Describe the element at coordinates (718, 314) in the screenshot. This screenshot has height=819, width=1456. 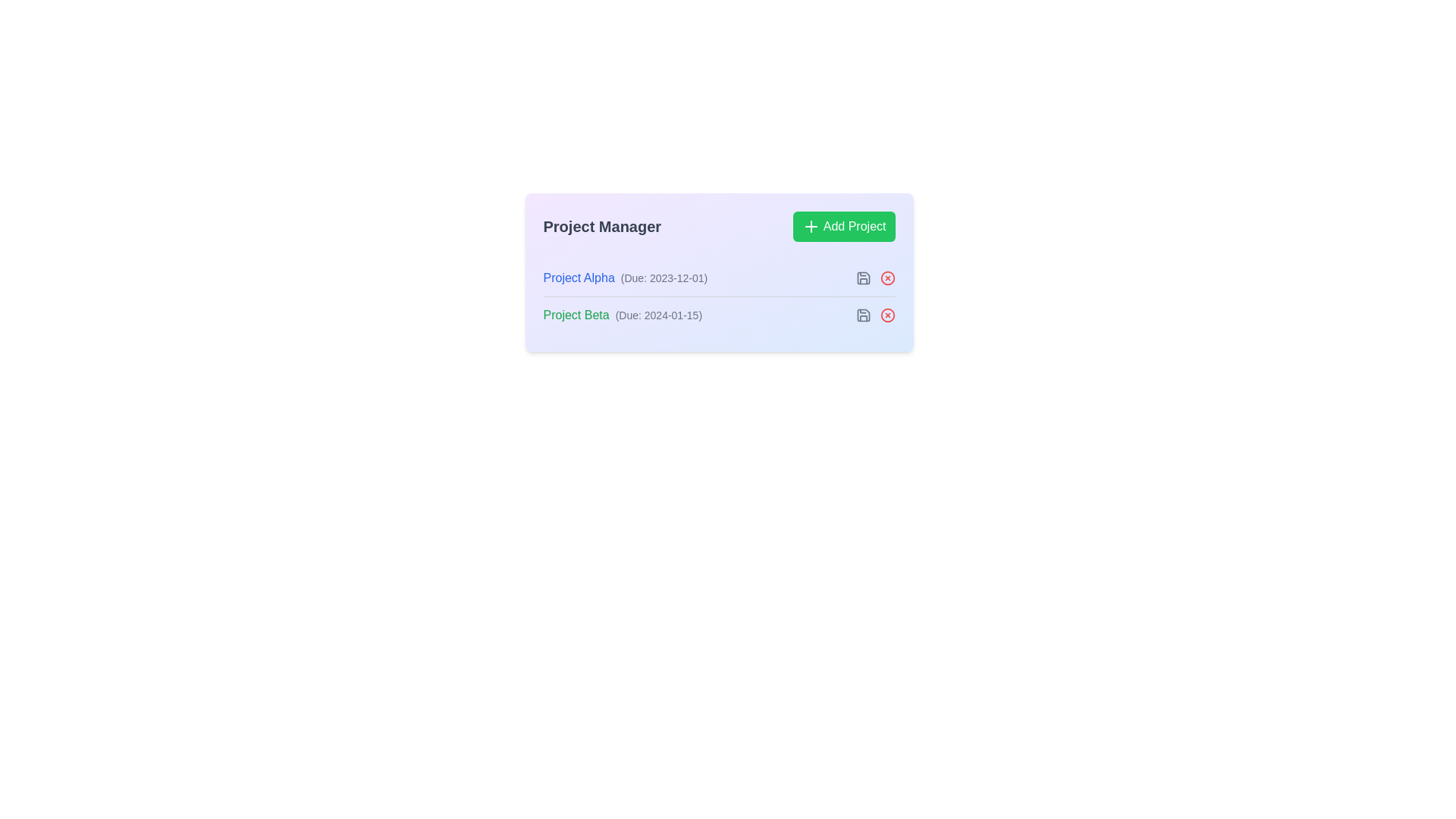
I see `the accompanying icons for actions located next to the list item displaying 'Project Beta (Due: 2024-01-15)' in the project management interface` at that location.